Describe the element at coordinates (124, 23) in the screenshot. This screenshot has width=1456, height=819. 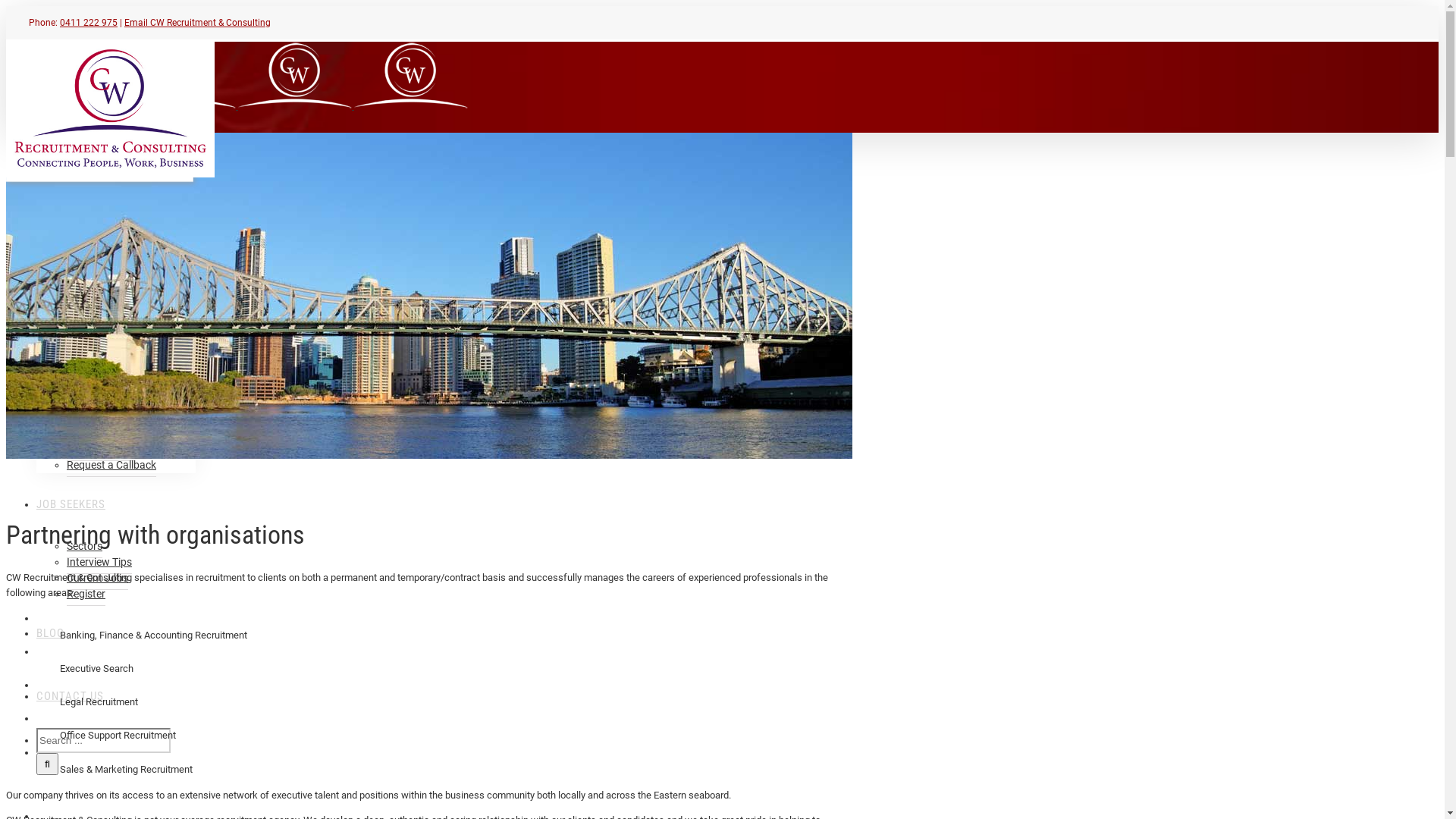
I see `'Email CW Recruitment & Consulting'` at that location.